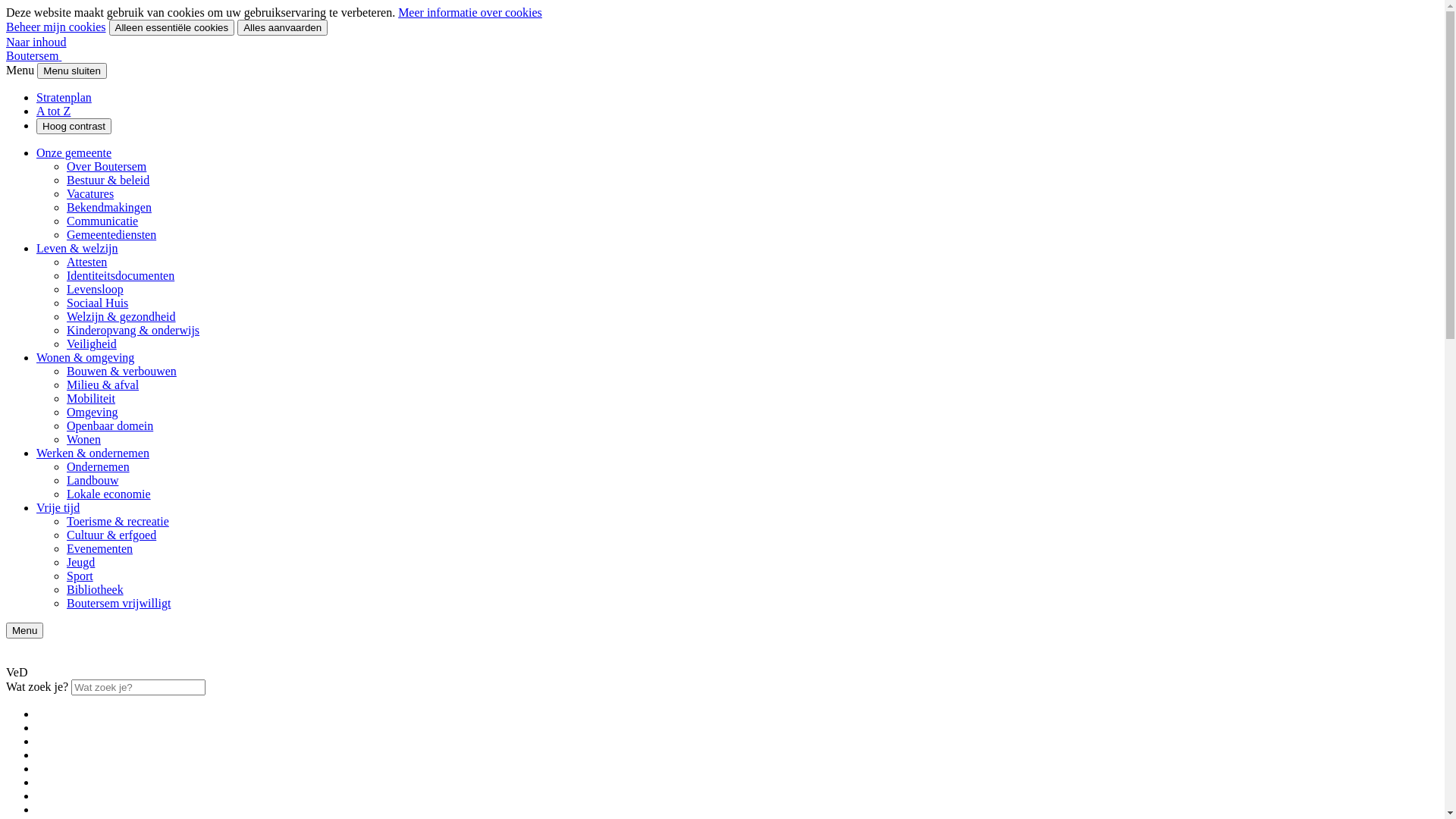 The image size is (1456, 819). What do you see at coordinates (102, 384) in the screenshot?
I see `'Milieu & afval'` at bounding box center [102, 384].